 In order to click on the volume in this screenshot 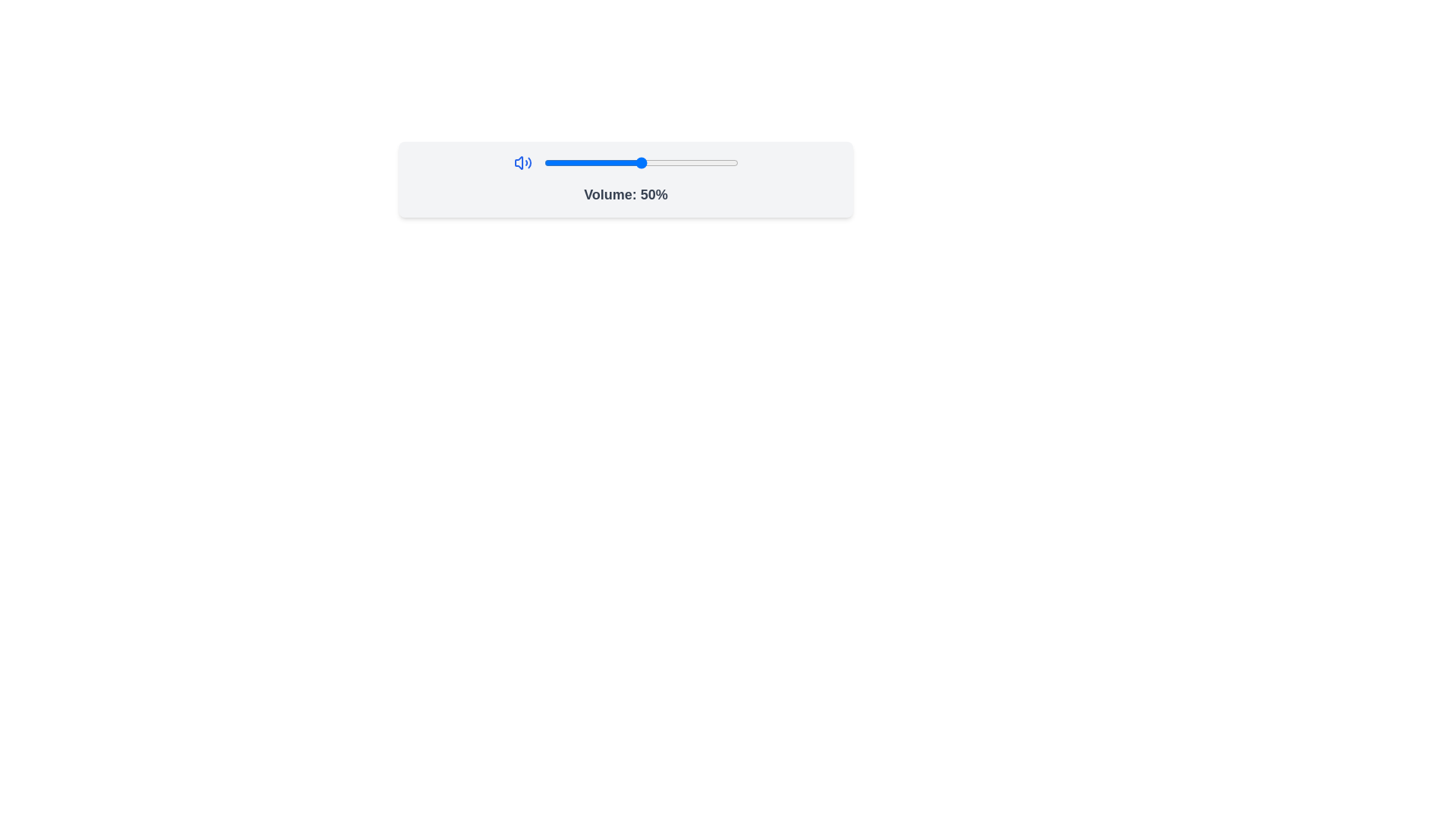, I will do `click(563, 163)`.